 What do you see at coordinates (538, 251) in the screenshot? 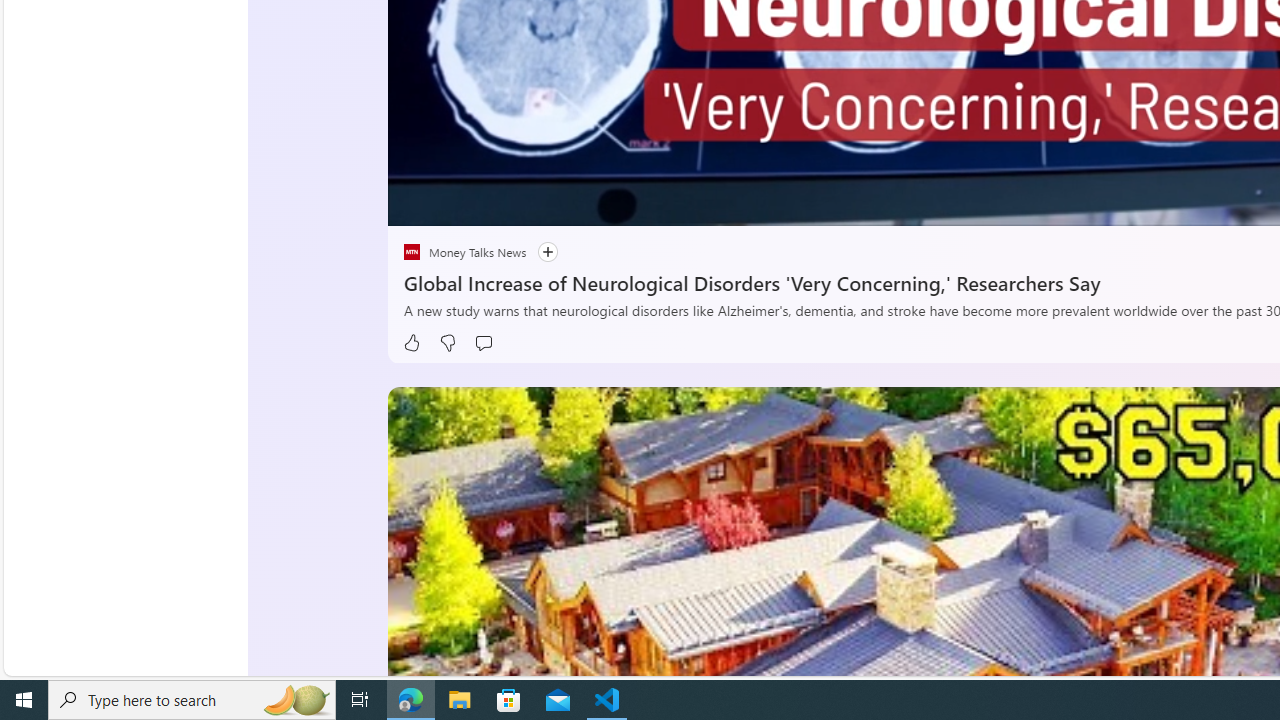
I see `'Follow'` at bounding box center [538, 251].